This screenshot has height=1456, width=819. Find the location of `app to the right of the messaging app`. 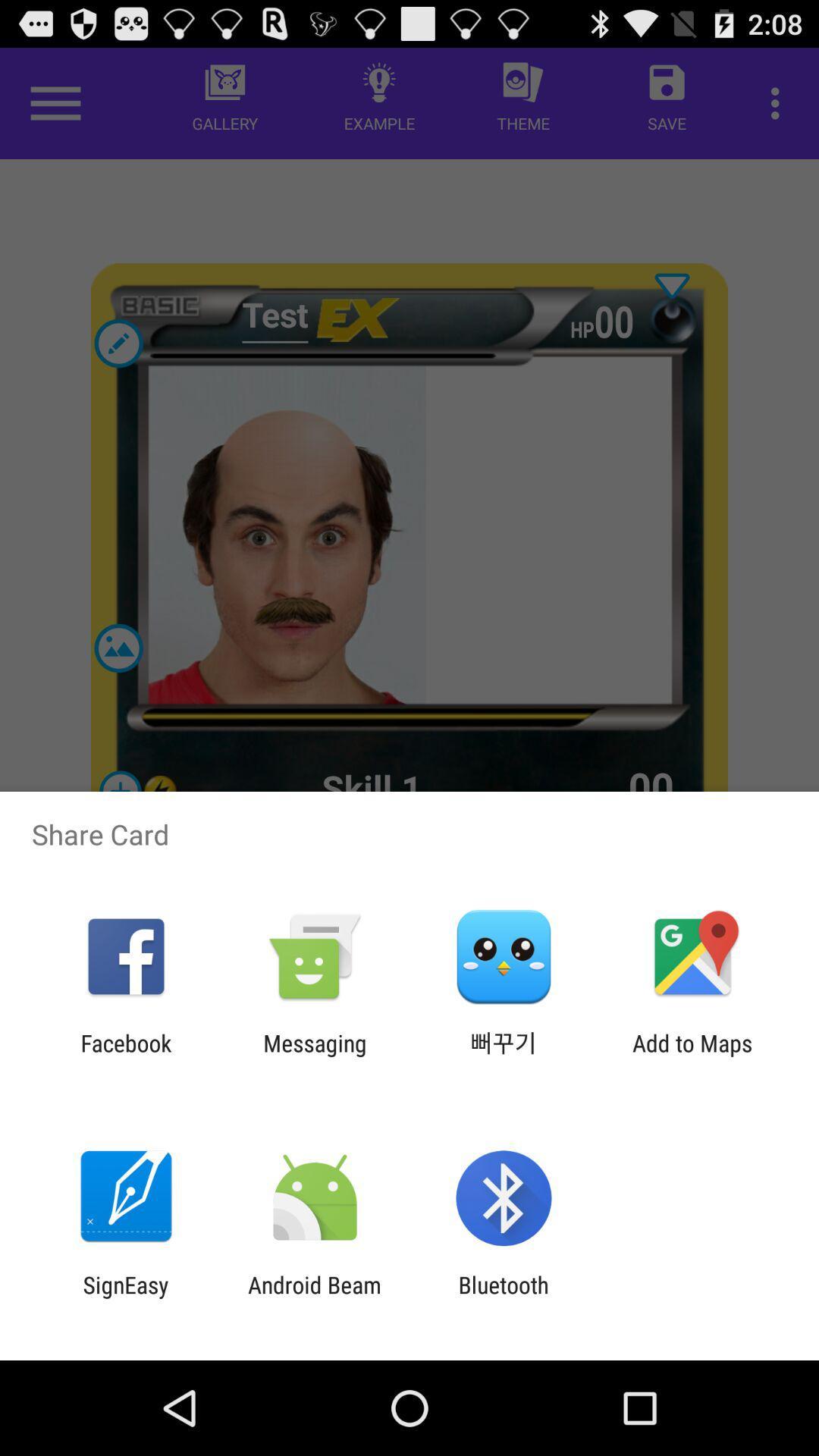

app to the right of the messaging app is located at coordinates (504, 1056).